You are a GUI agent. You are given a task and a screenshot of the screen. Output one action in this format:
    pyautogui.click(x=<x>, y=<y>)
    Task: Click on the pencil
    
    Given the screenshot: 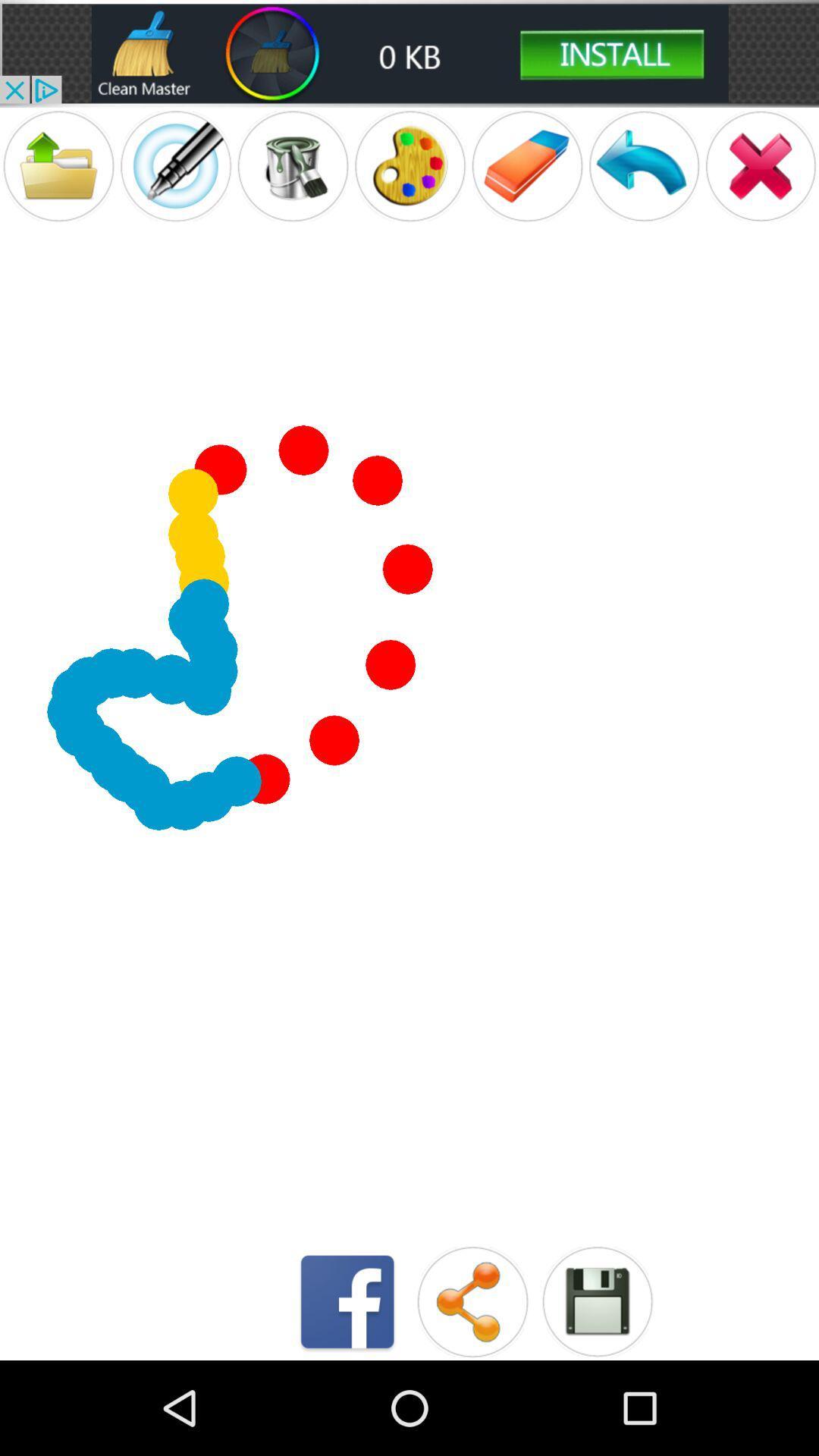 What is the action you would take?
    pyautogui.click(x=174, y=166)
    